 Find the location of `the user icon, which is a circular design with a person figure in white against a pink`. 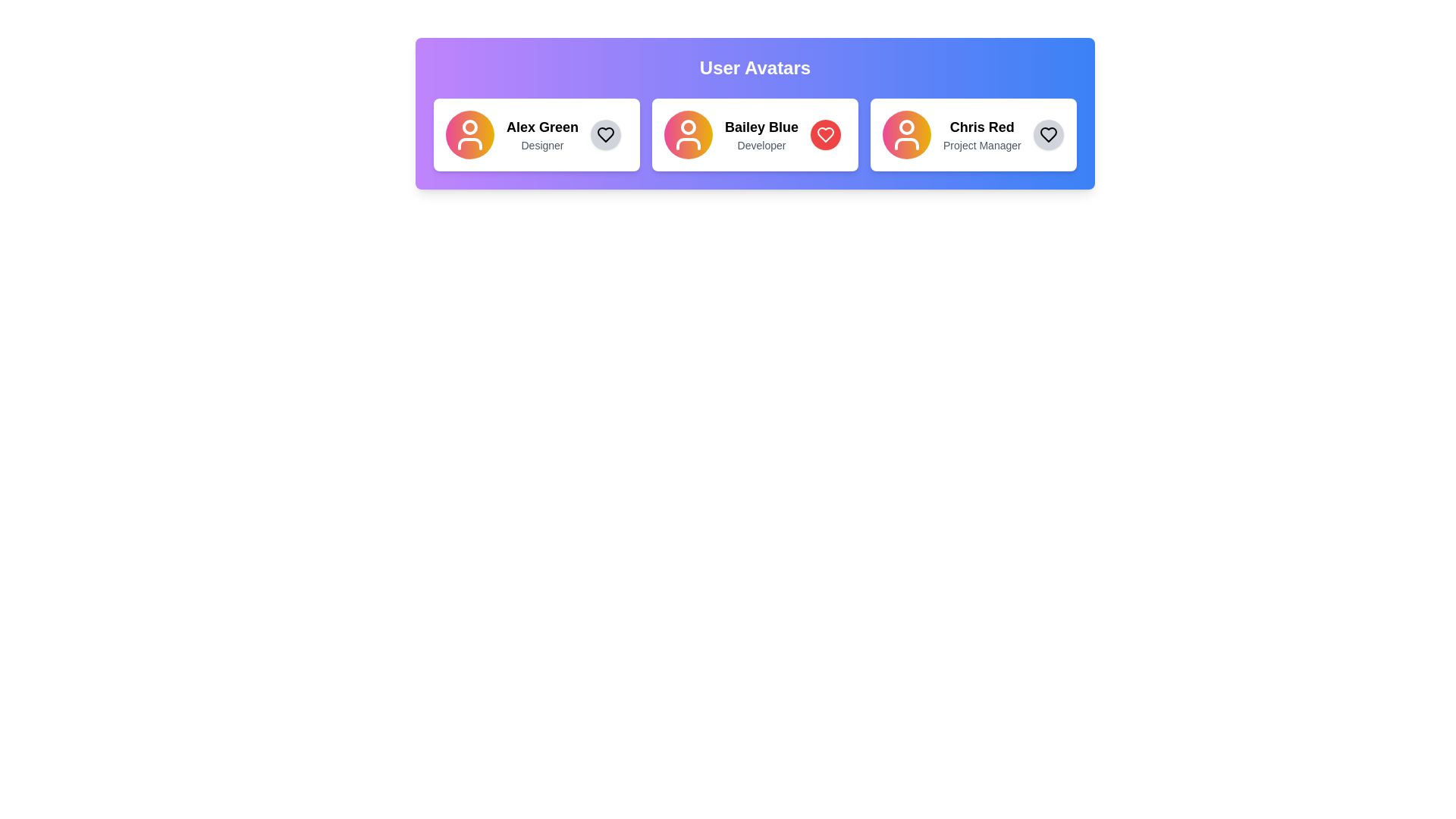

the user icon, which is a circular design with a person figure in white against a pink is located at coordinates (469, 133).